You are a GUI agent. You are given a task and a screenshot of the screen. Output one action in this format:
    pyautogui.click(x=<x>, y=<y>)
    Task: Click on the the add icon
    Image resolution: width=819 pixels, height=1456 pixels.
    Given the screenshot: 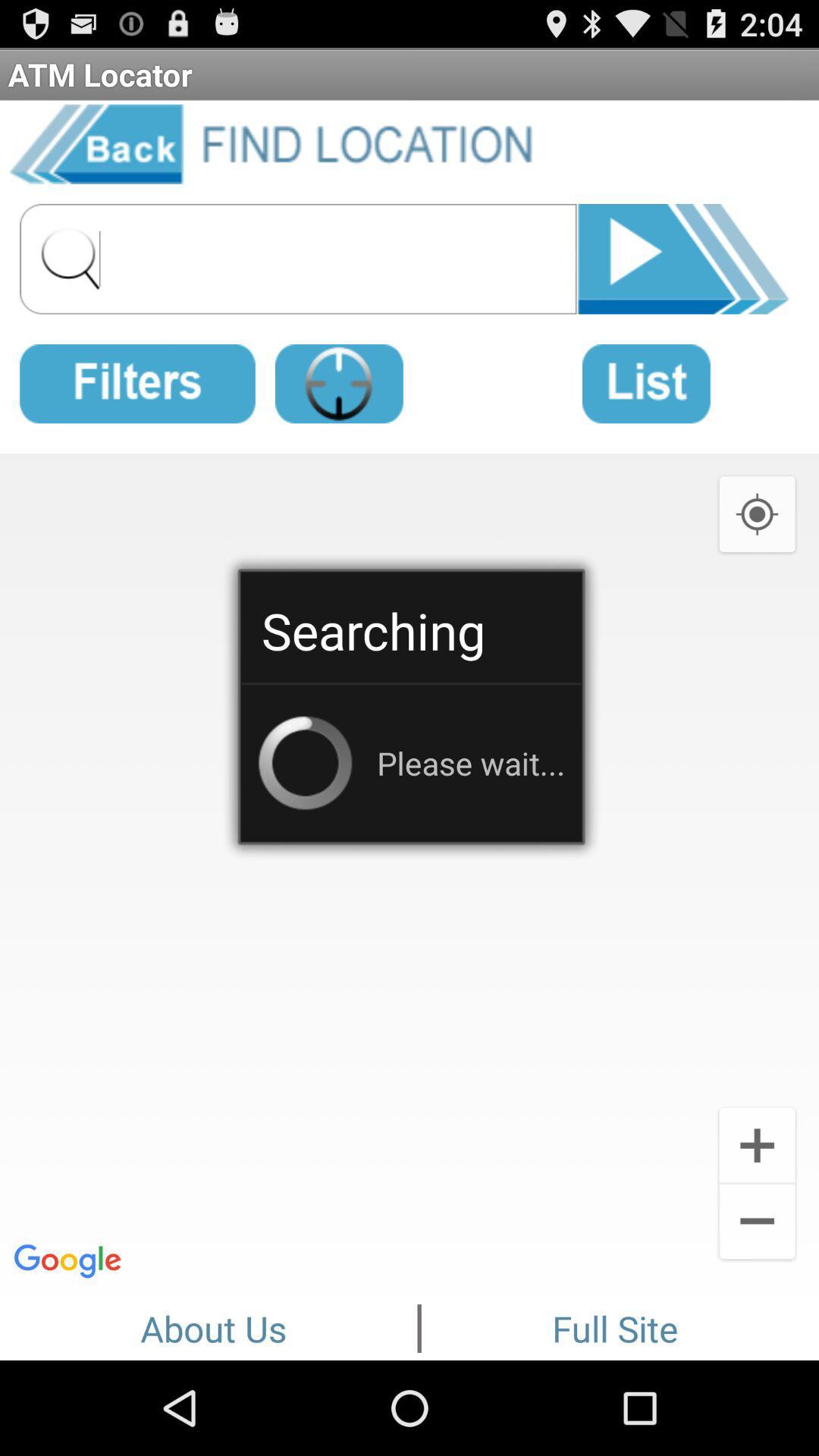 What is the action you would take?
    pyautogui.click(x=757, y=1221)
    